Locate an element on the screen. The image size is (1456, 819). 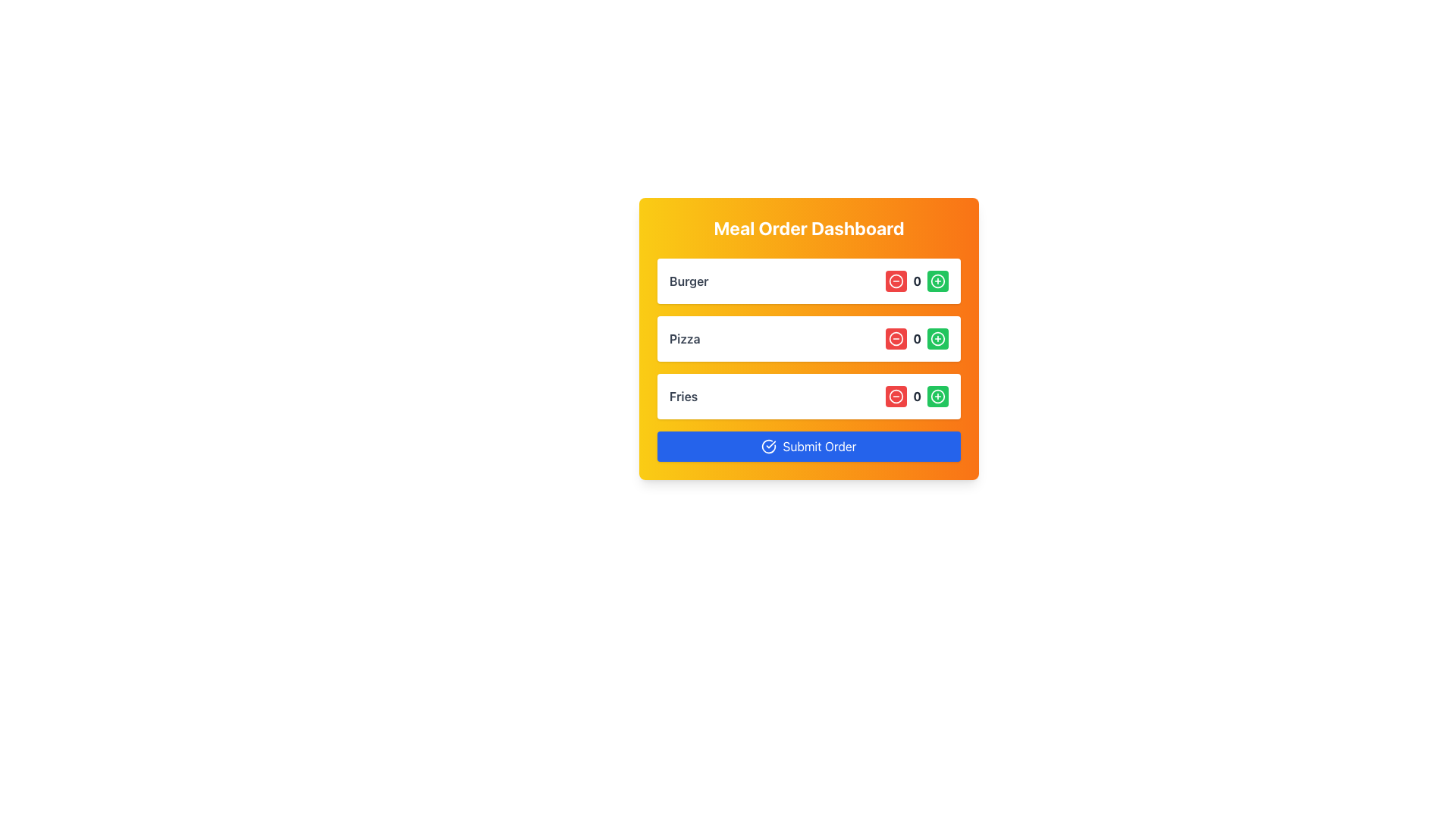
the circular plus button icon, which is green and part of the action set next to the 'Fries' label is located at coordinates (937, 396).